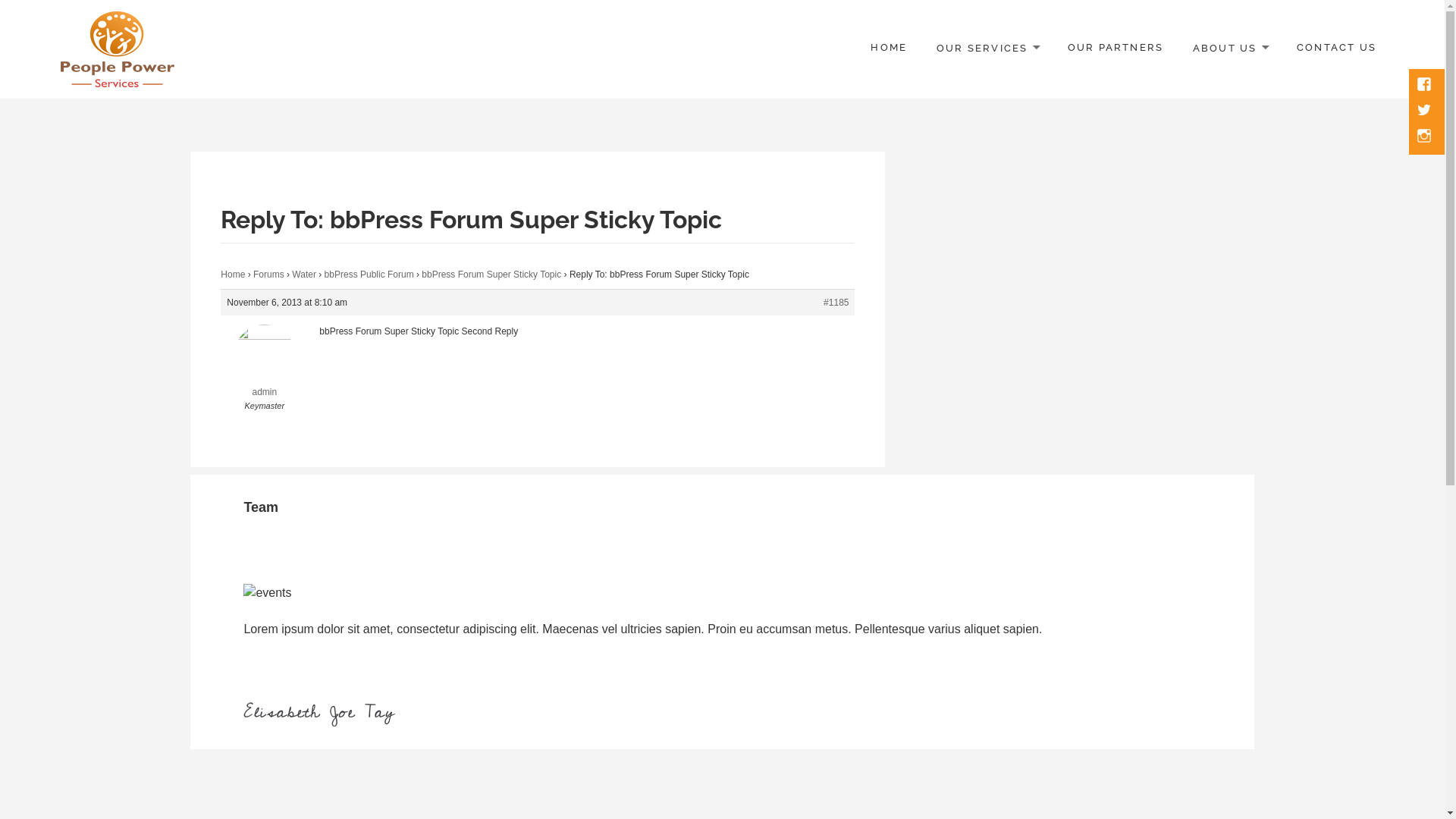 This screenshot has height=819, width=1456. I want to click on 'Home', so click(232, 275).